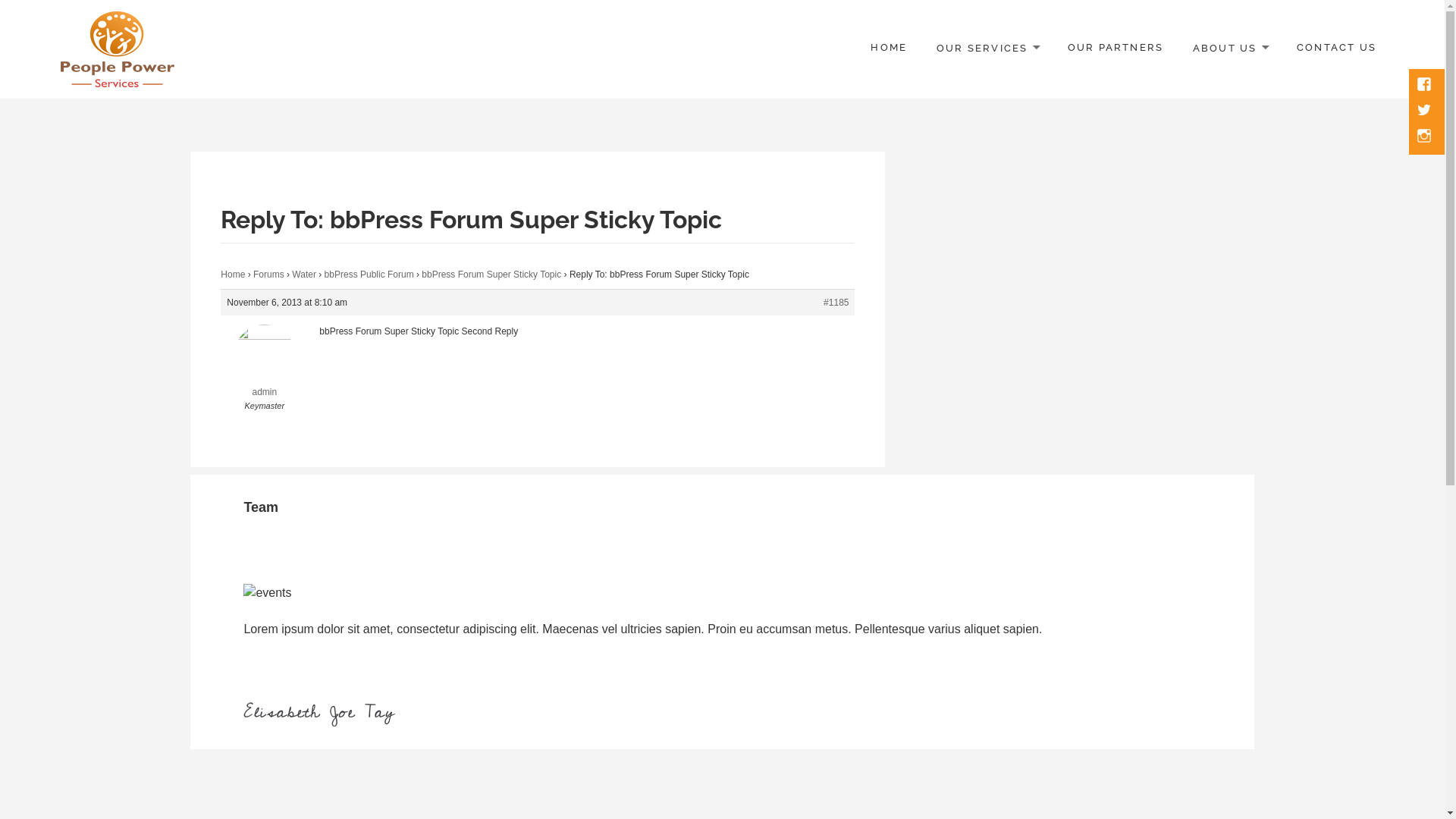 This screenshot has height=819, width=1456. I want to click on 'Home', so click(232, 275).